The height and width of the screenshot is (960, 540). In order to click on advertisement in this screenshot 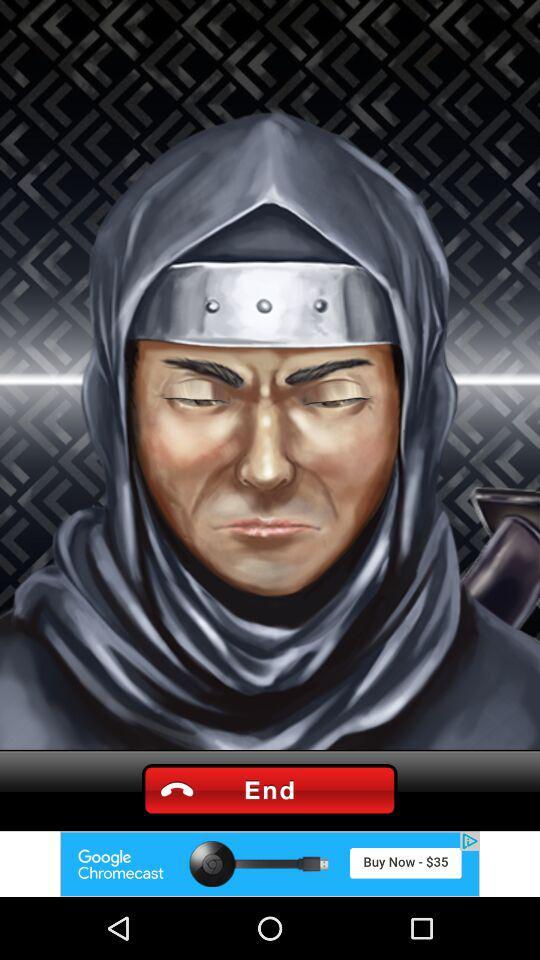, I will do `click(270, 863)`.